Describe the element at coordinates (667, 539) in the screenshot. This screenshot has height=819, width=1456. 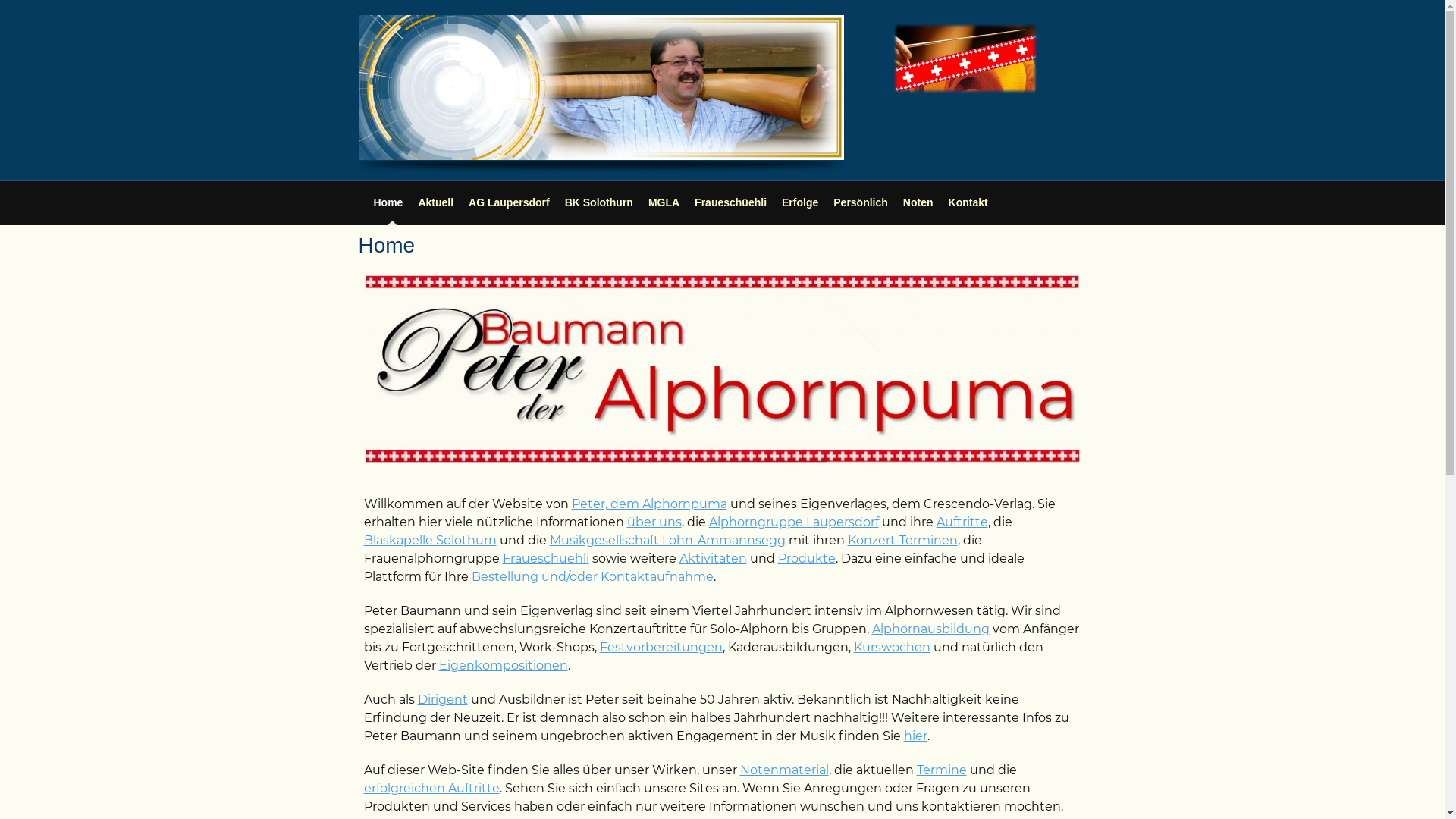
I see `'Musikgesellschaft Lohn-Ammannsegg'` at that location.